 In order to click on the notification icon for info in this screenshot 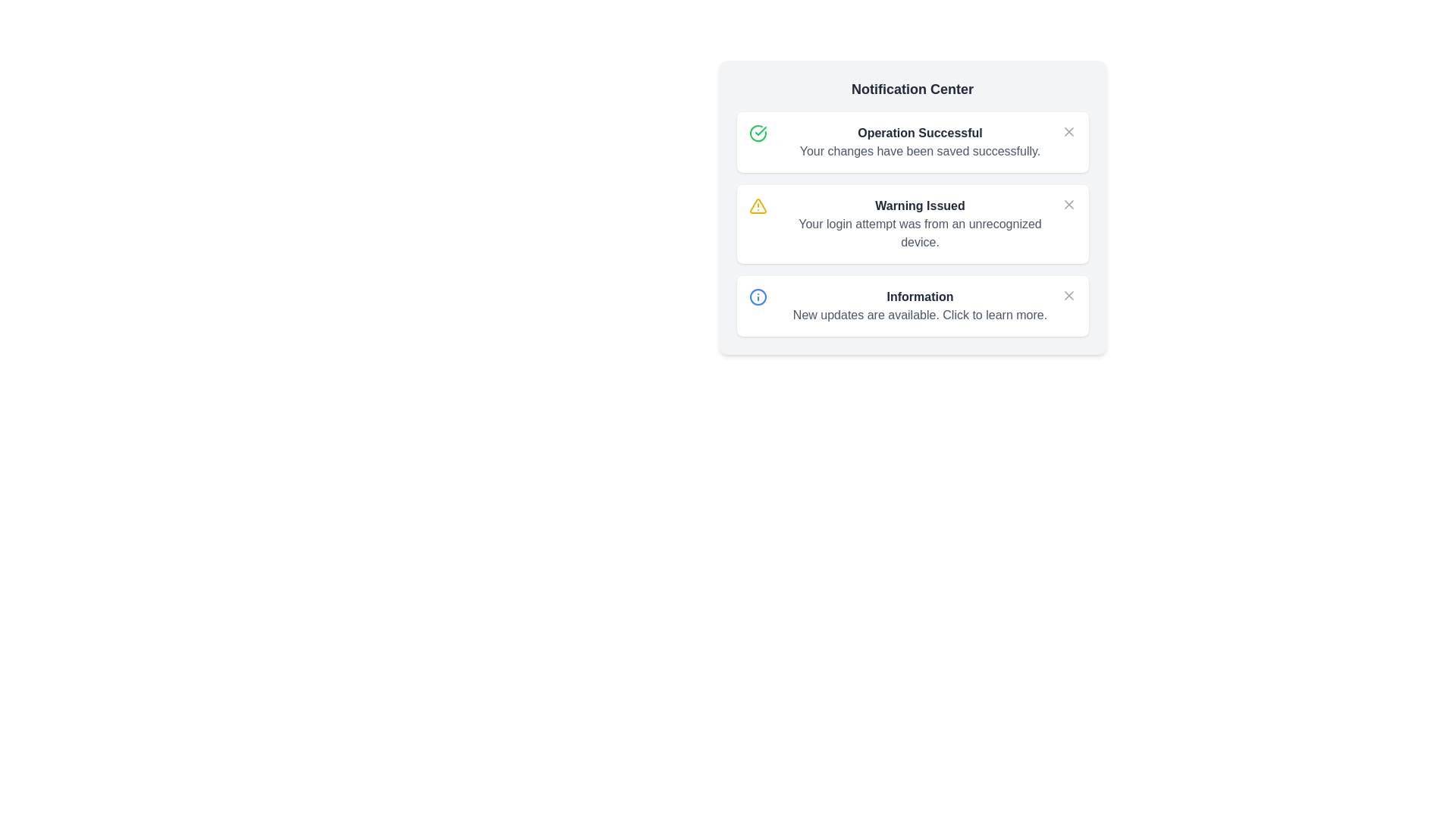, I will do `click(1068, 295)`.